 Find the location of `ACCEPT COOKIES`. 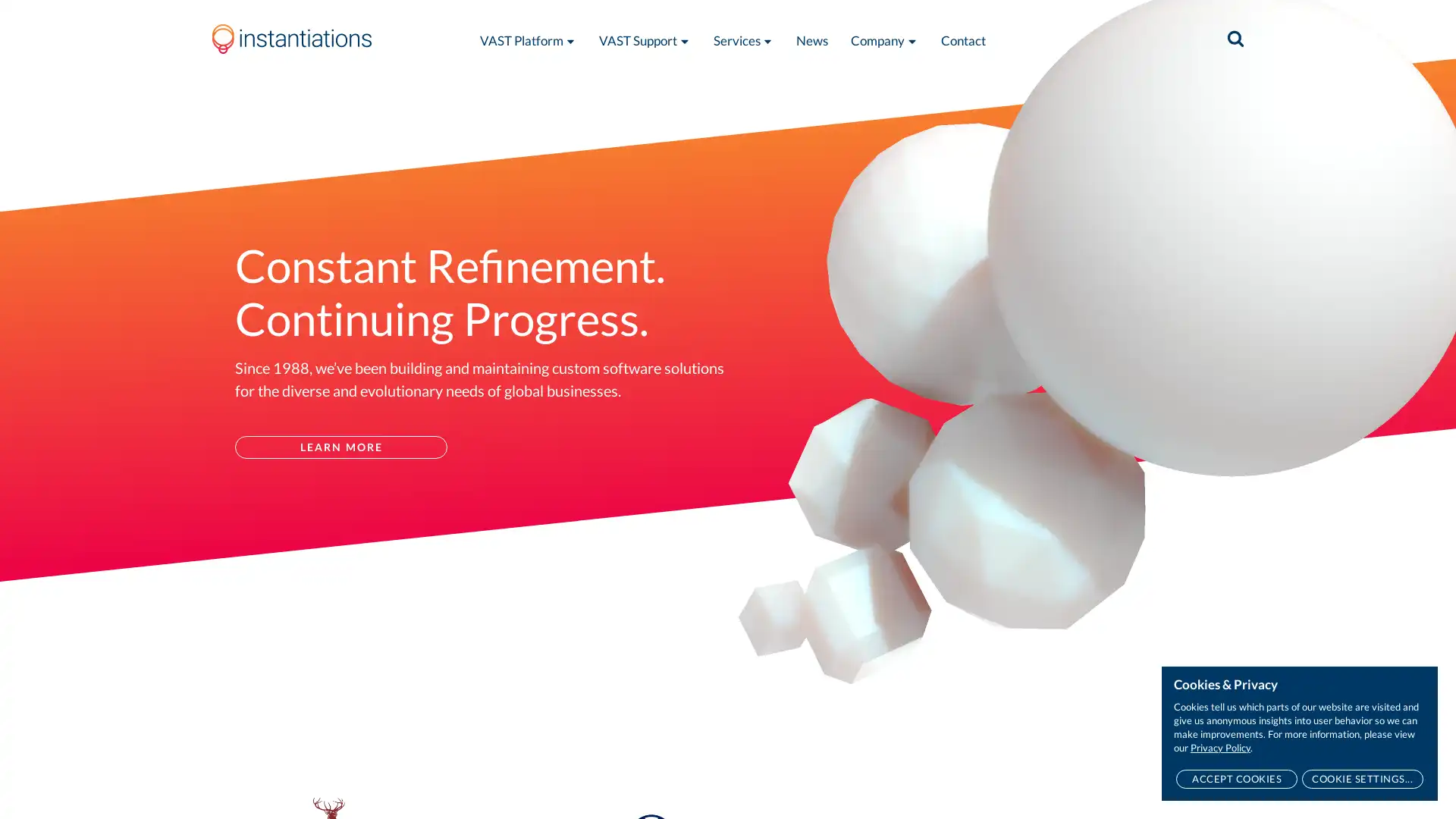

ACCEPT COOKIES is located at coordinates (1236, 779).